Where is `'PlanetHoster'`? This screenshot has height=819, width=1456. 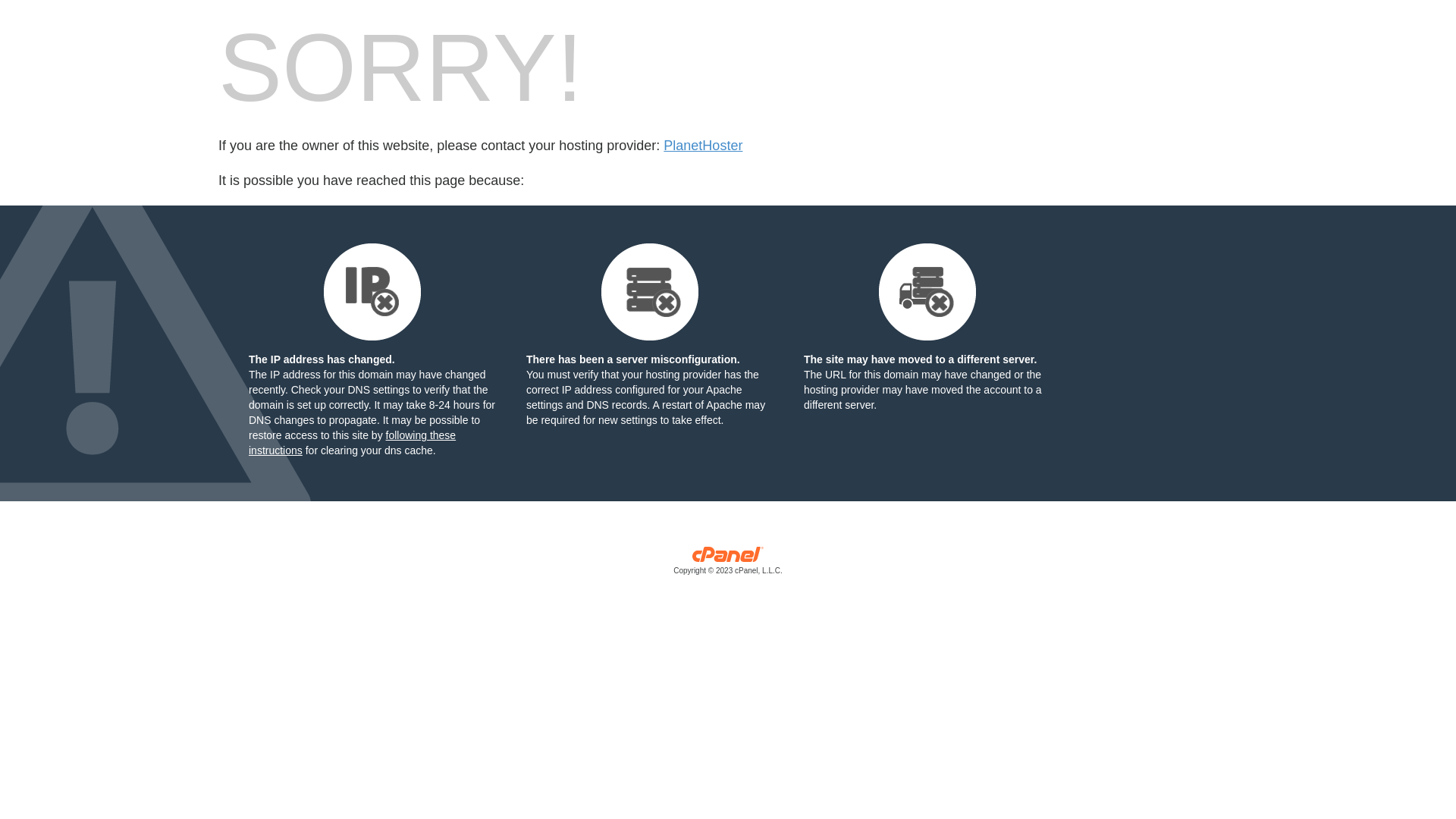 'PlanetHoster' is located at coordinates (663, 146).